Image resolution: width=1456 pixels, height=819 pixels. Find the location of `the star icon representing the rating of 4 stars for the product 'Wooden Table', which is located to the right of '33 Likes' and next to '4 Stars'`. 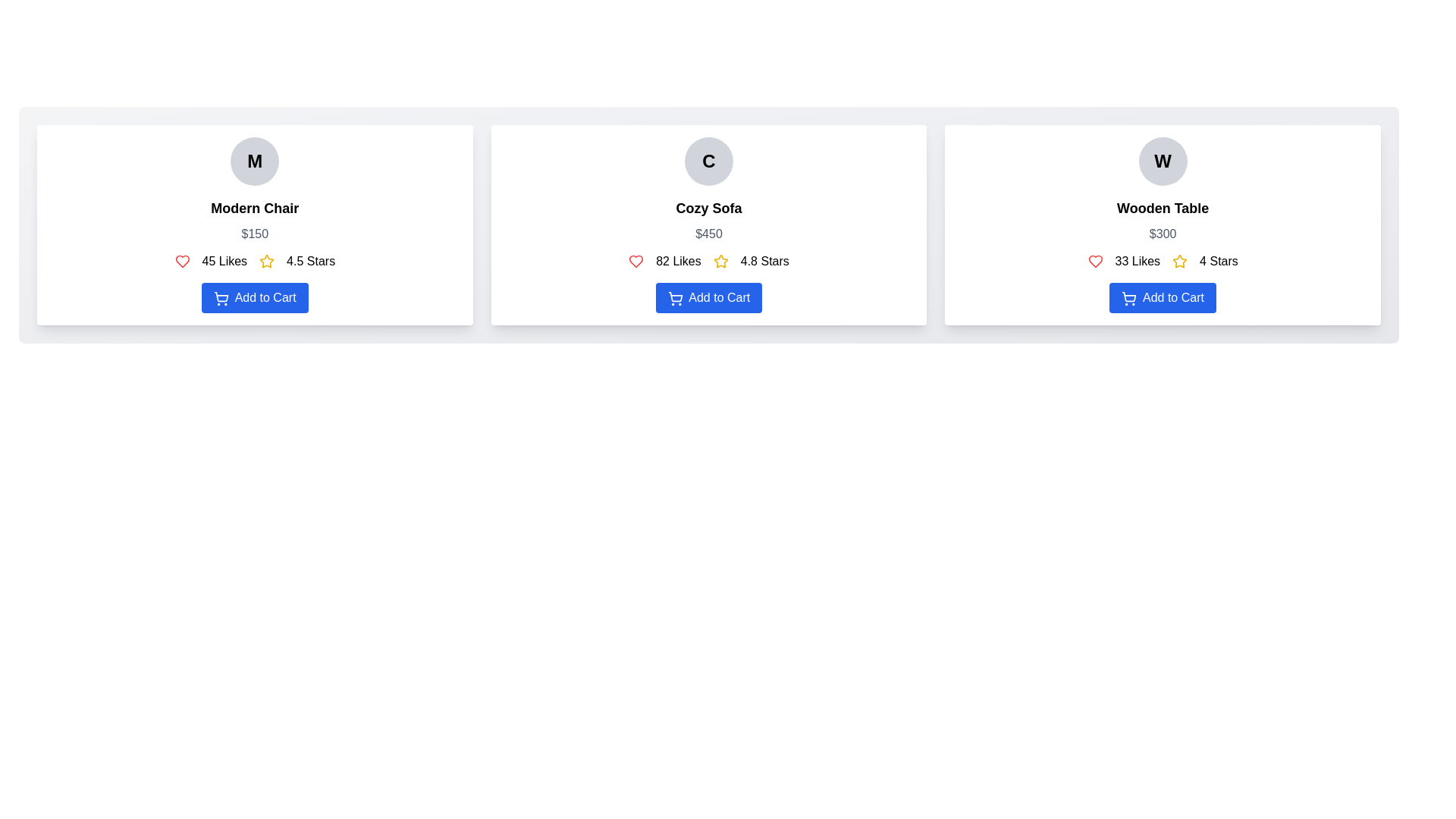

the star icon representing the rating of 4 stars for the product 'Wooden Table', which is located to the right of '33 Likes' and next to '4 Stars' is located at coordinates (1179, 260).